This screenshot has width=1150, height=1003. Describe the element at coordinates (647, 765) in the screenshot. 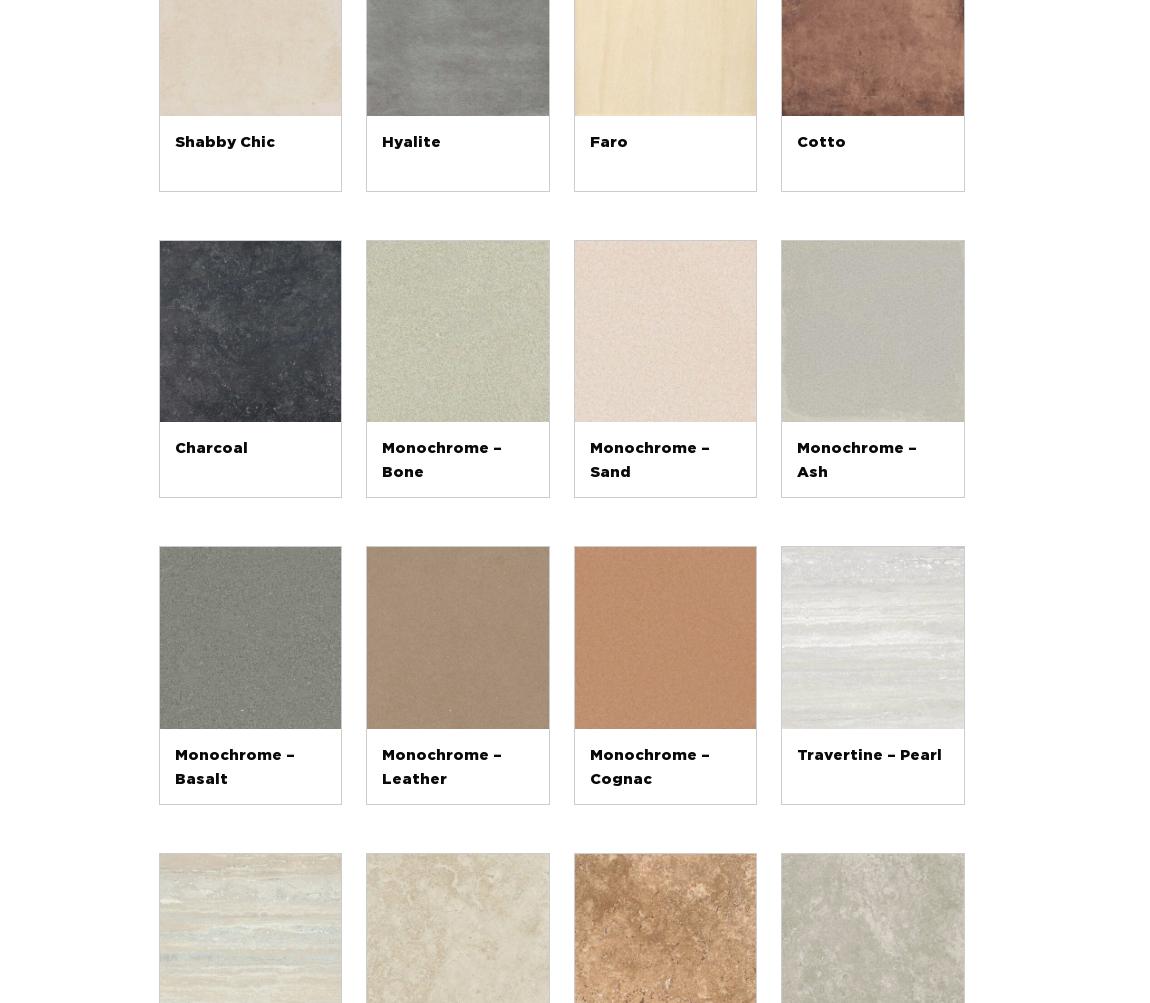

I see `'Monochrome – Cognac'` at that location.